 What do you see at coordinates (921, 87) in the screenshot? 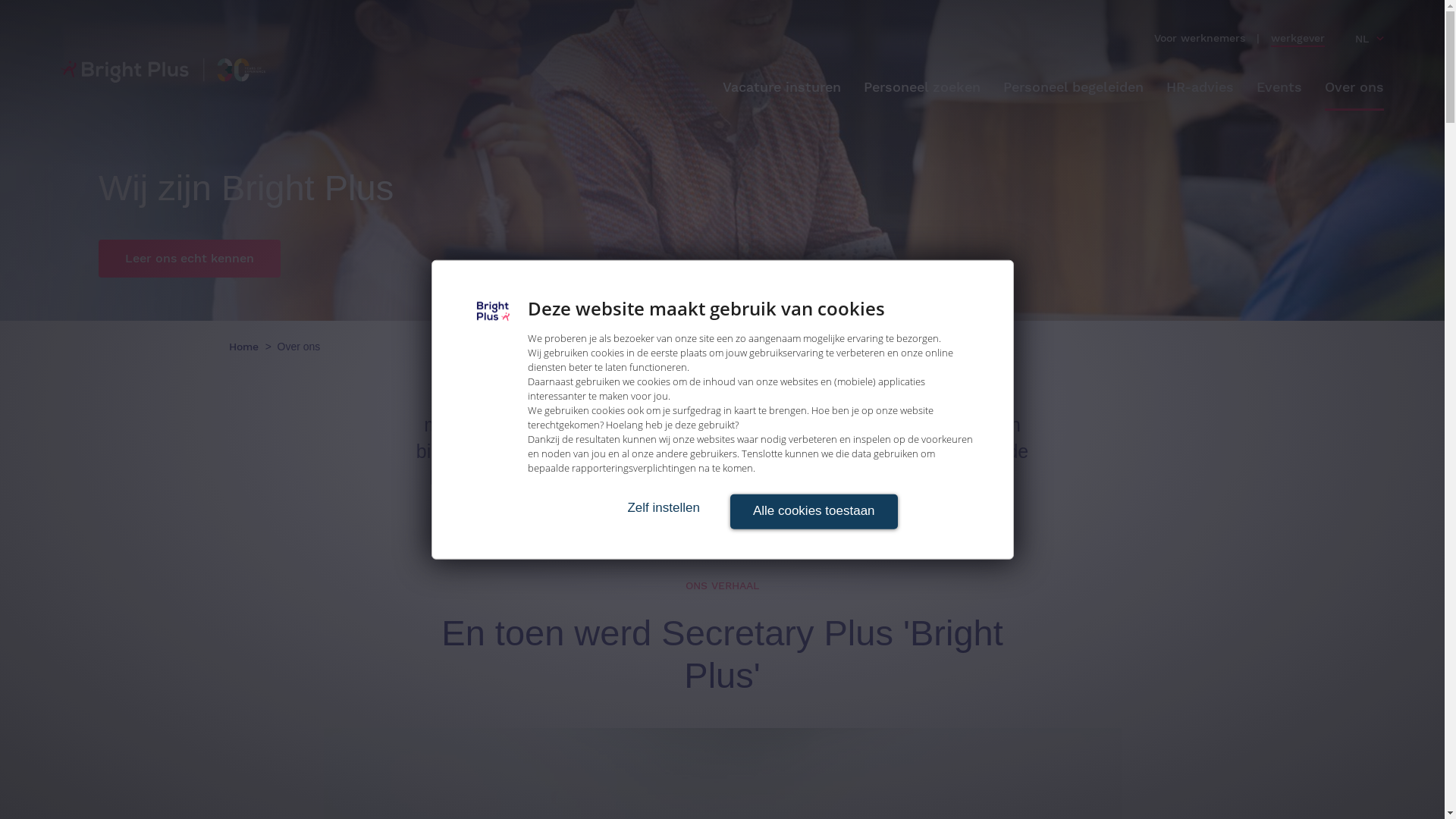
I see `'Personeel zoeken'` at bounding box center [921, 87].